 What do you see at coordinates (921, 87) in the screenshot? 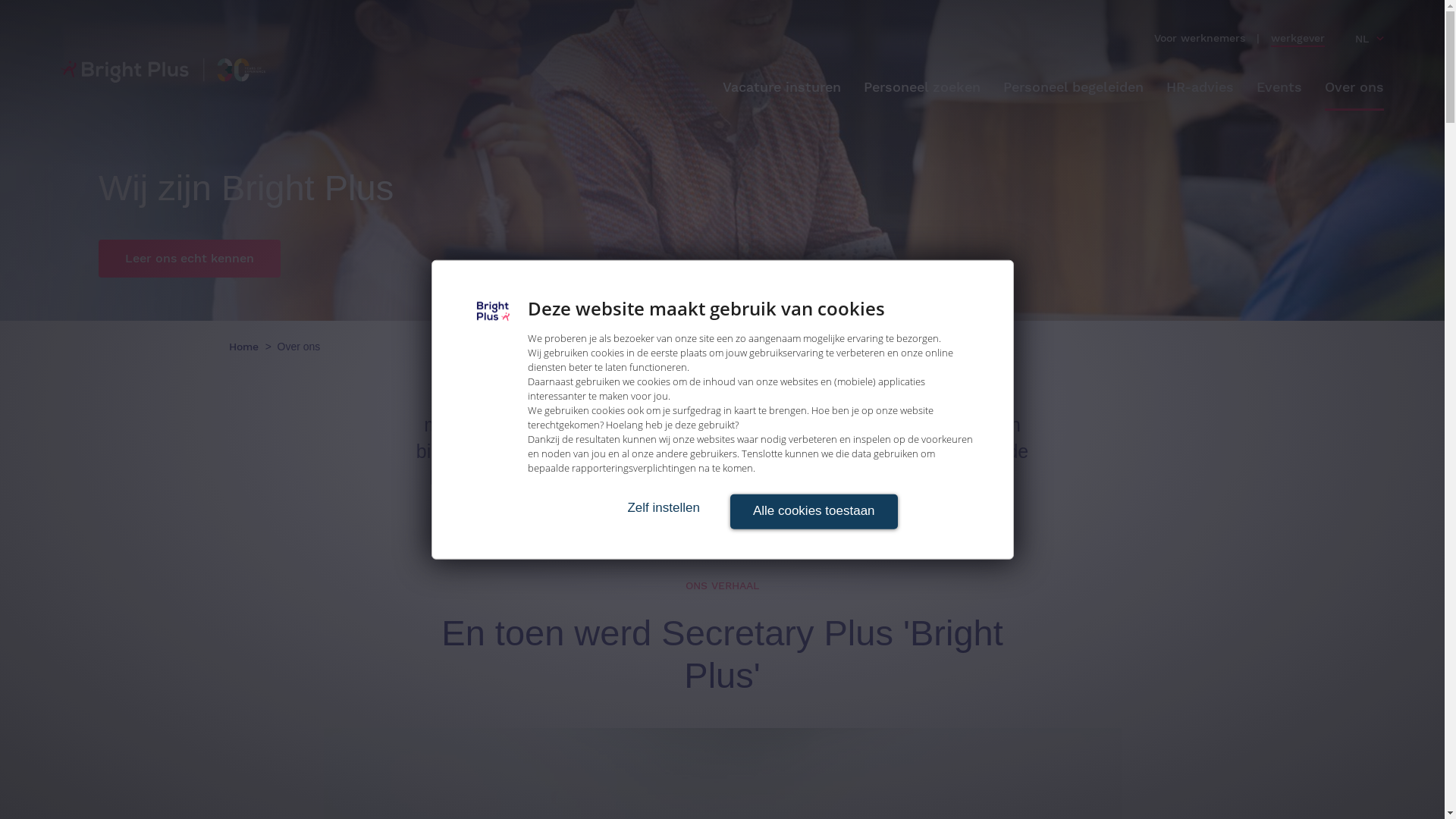
I see `'Personeel zoeken'` at bounding box center [921, 87].